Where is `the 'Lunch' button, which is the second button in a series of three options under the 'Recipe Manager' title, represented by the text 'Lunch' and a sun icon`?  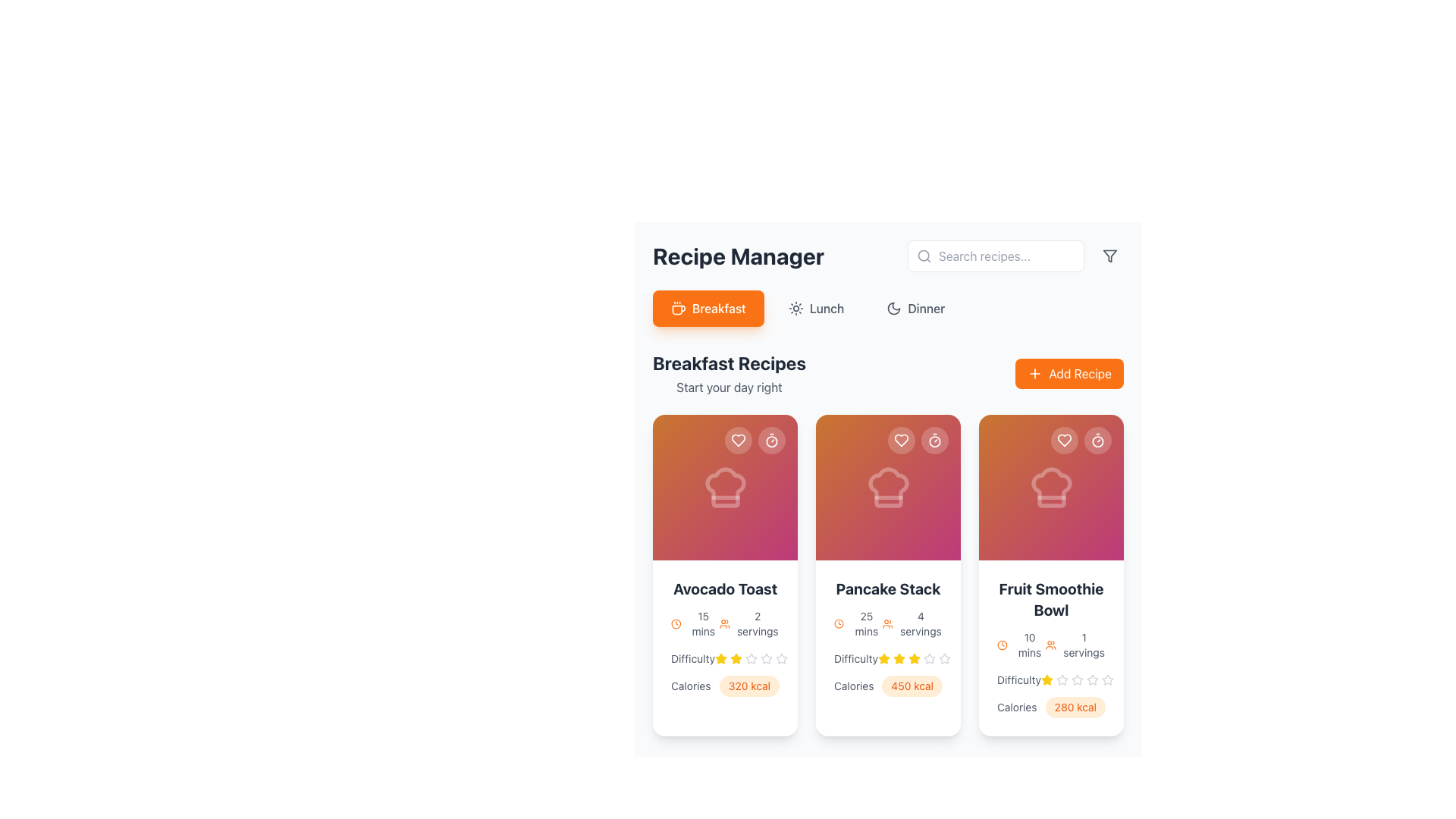 the 'Lunch' button, which is the second button in a series of three options under the 'Recipe Manager' title, represented by the text 'Lunch' and a sun icon is located at coordinates (815, 308).